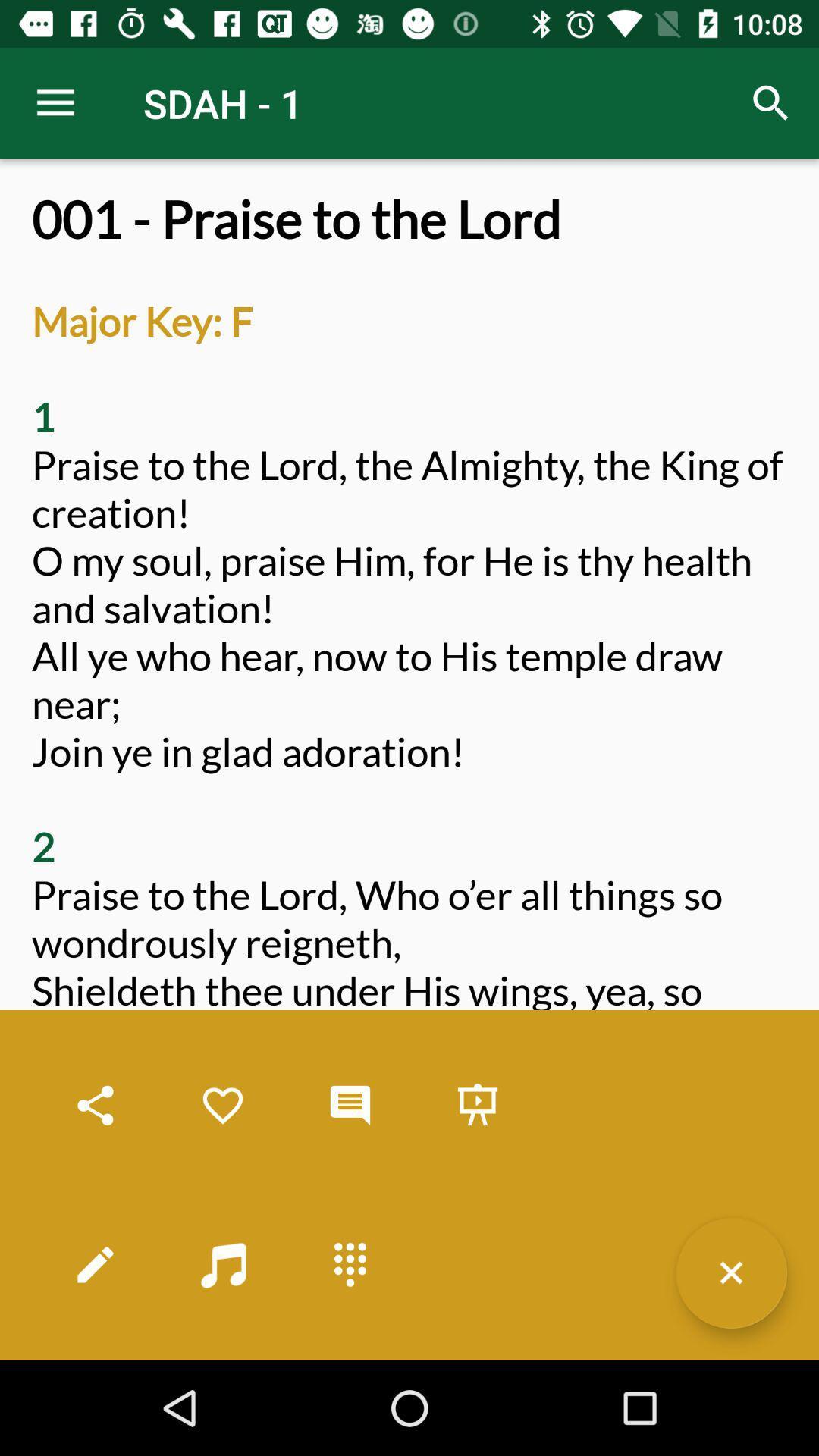 This screenshot has height=1456, width=819. Describe the element at coordinates (476, 1106) in the screenshot. I see `storage option` at that location.